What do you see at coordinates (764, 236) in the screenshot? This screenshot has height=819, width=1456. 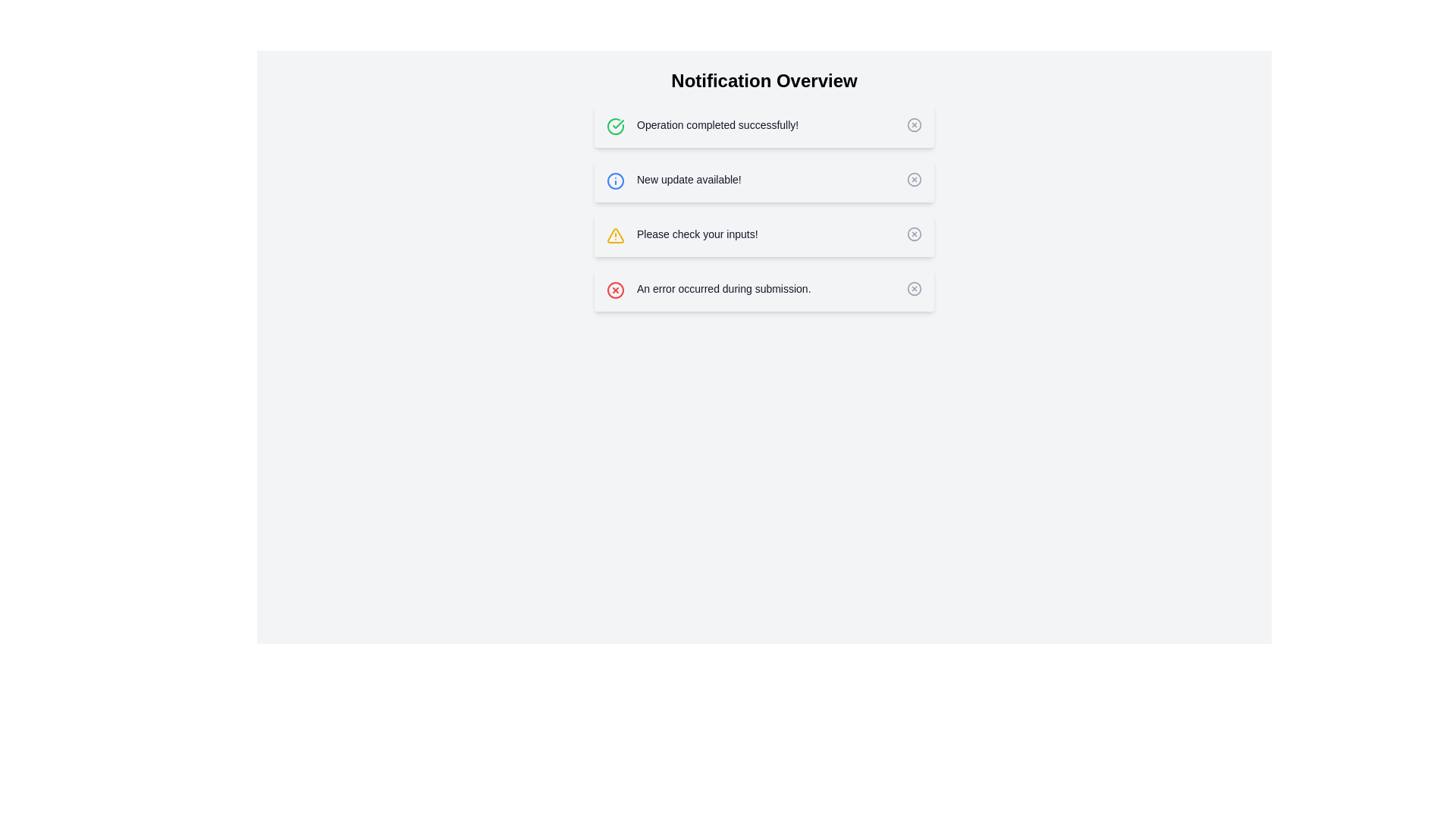 I see `the notification message with dismiss button that displays 'Please check your inputs!' to potentially see additional information` at bounding box center [764, 236].